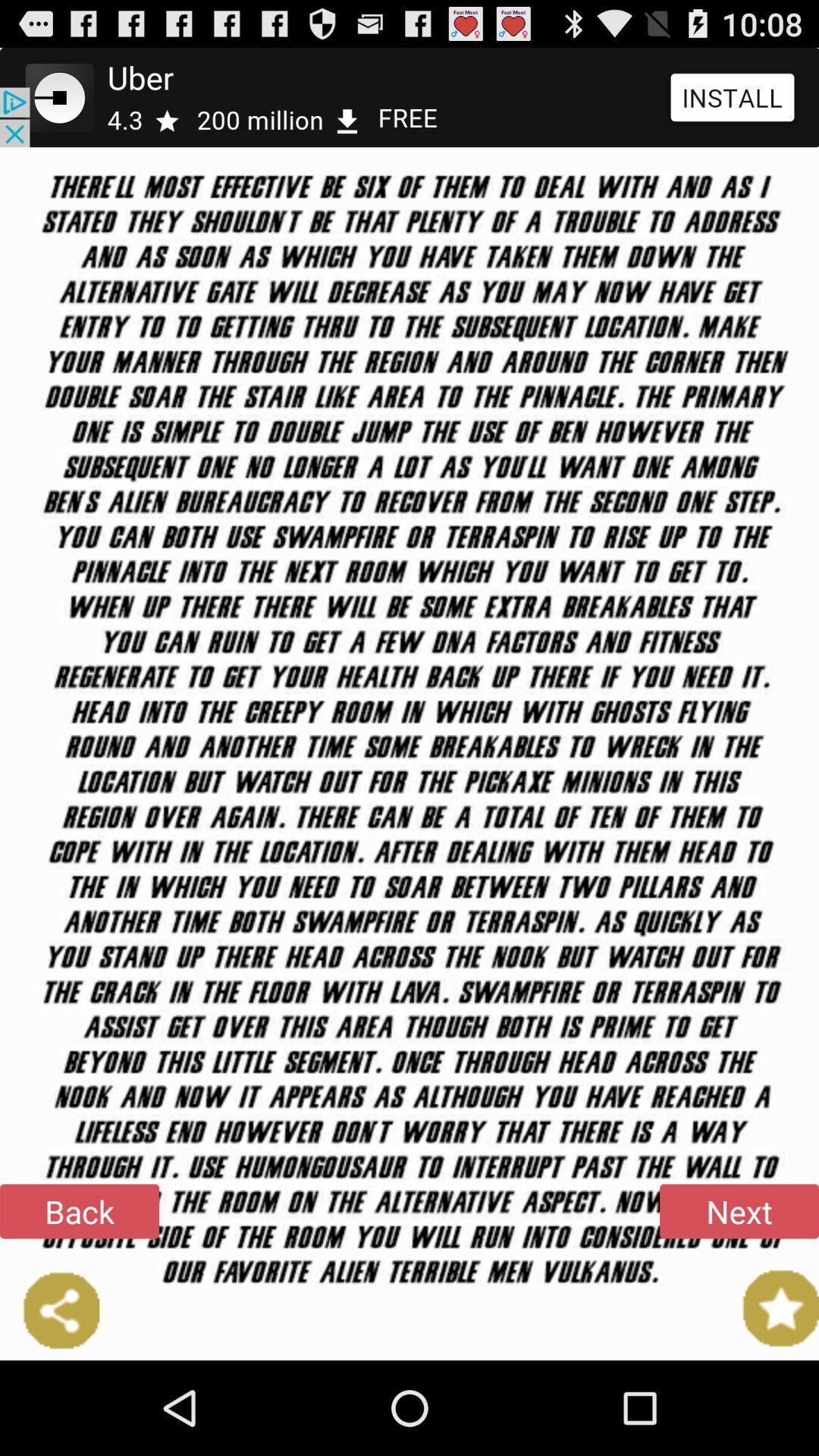 This screenshot has height=1456, width=819. I want to click on the item below the back icon, so click(49, 1310).